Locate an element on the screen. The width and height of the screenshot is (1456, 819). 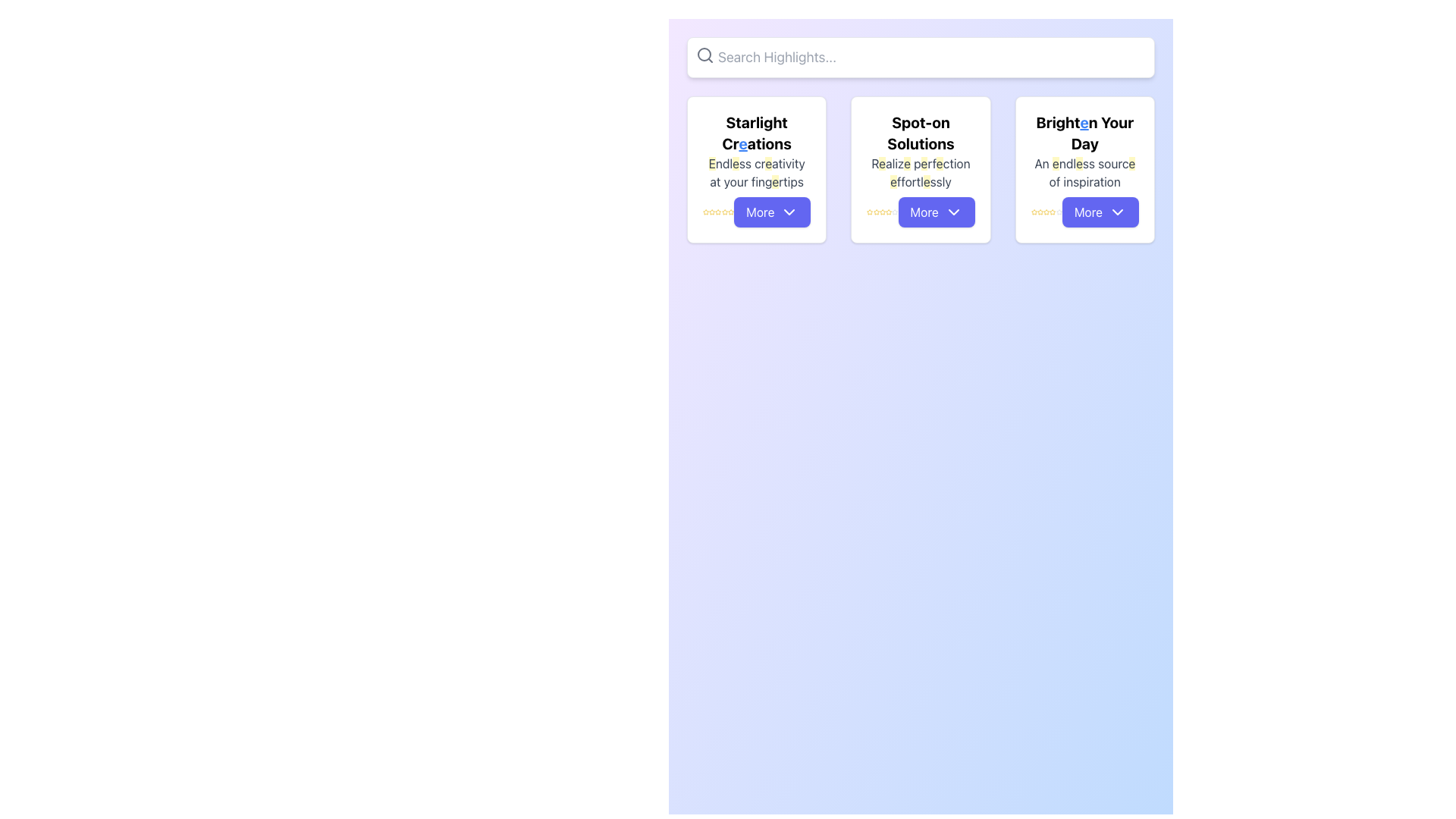
the 'More' button located at the bottom of the third card titled 'Brighten Your Day', directly below the subtitle 'An endless source of inspiration' is located at coordinates (1084, 212).